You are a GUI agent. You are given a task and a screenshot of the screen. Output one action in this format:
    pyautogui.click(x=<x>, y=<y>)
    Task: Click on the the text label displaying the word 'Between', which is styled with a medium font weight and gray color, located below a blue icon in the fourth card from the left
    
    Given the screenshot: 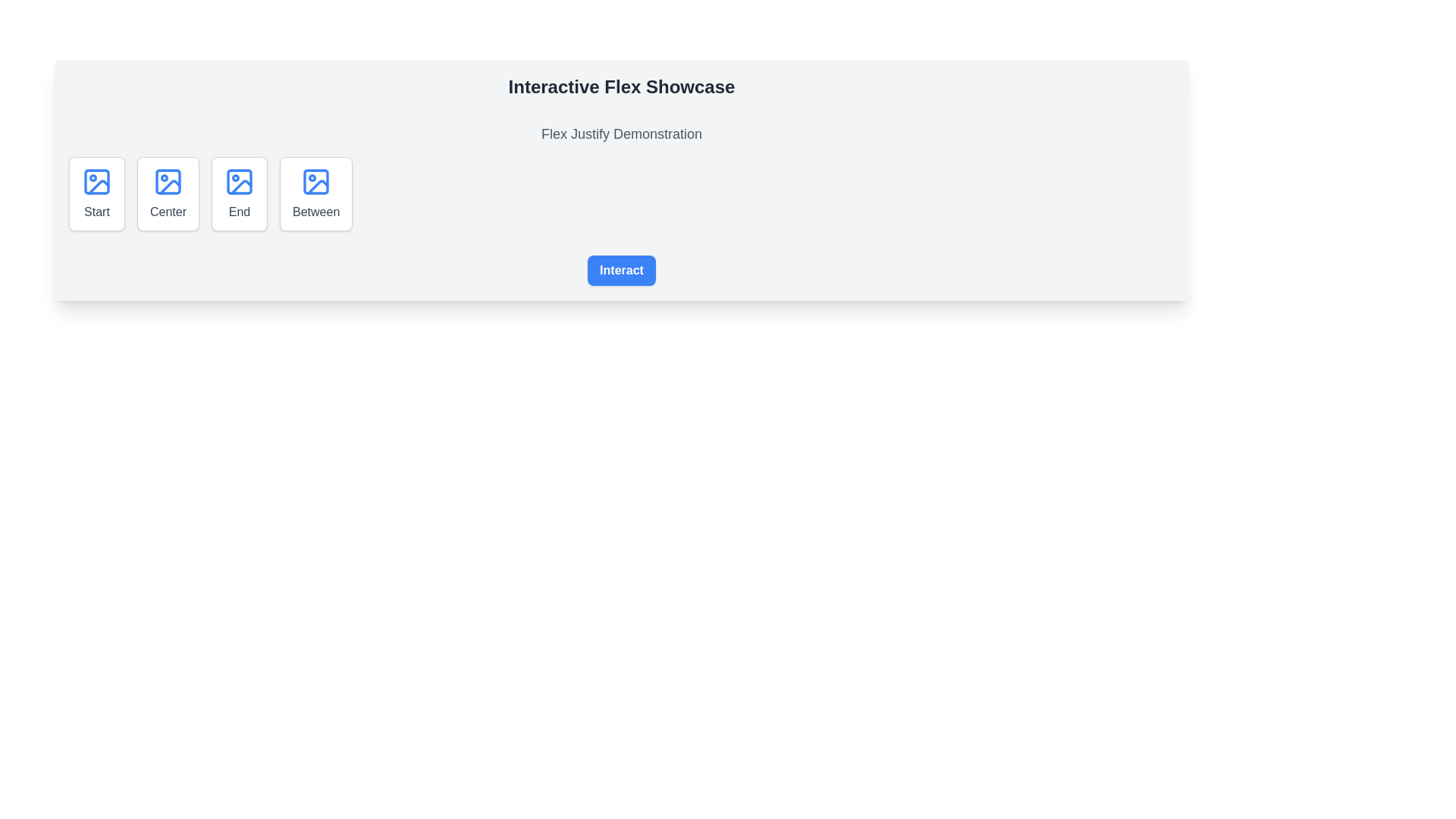 What is the action you would take?
    pyautogui.click(x=315, y=212)
    